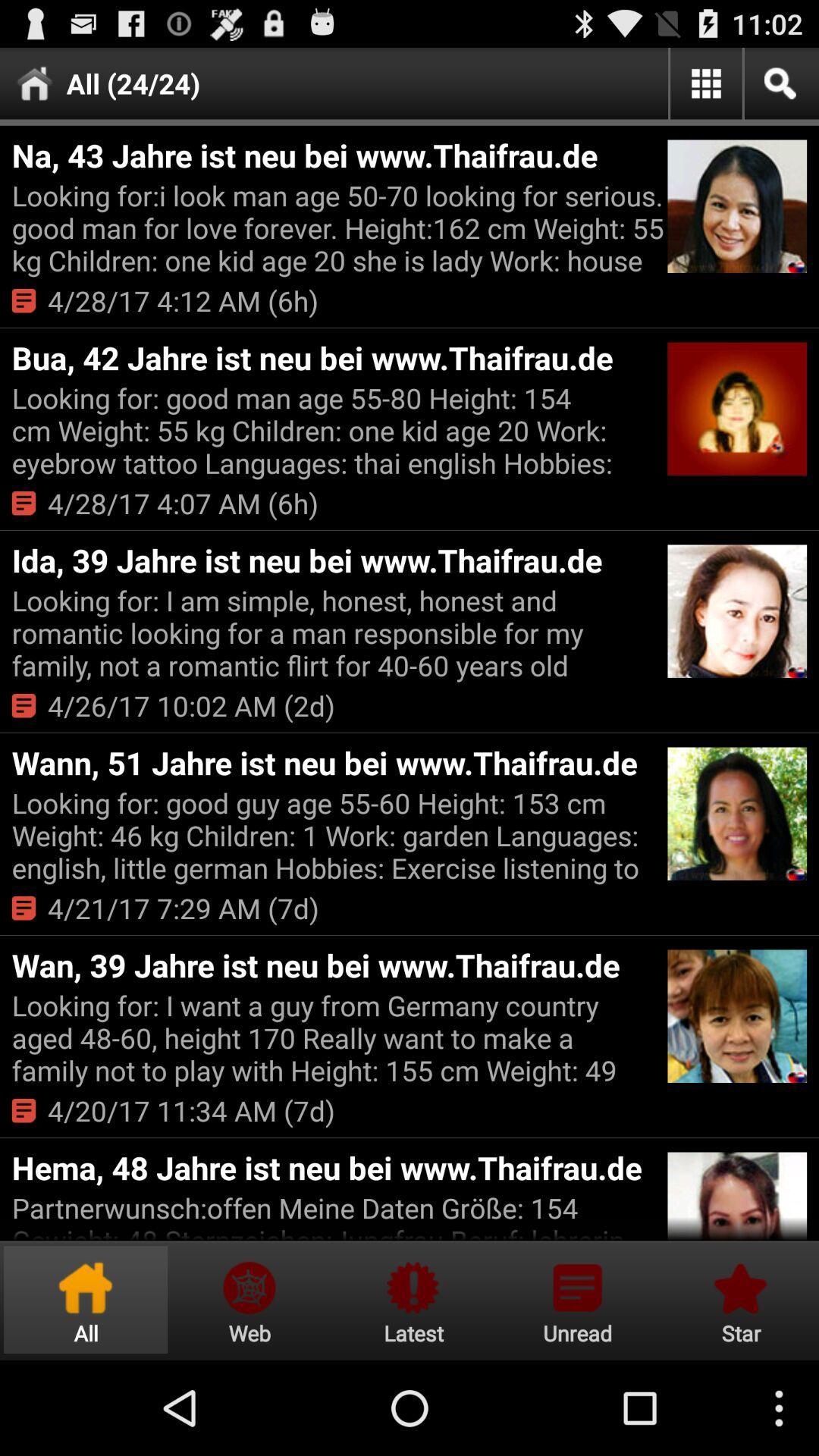 This screenshot has width=819, height=1456. What do you see at coordinates (780, 89) in the screenshot?
I see `the search icon` at bounding box center [780, 89].